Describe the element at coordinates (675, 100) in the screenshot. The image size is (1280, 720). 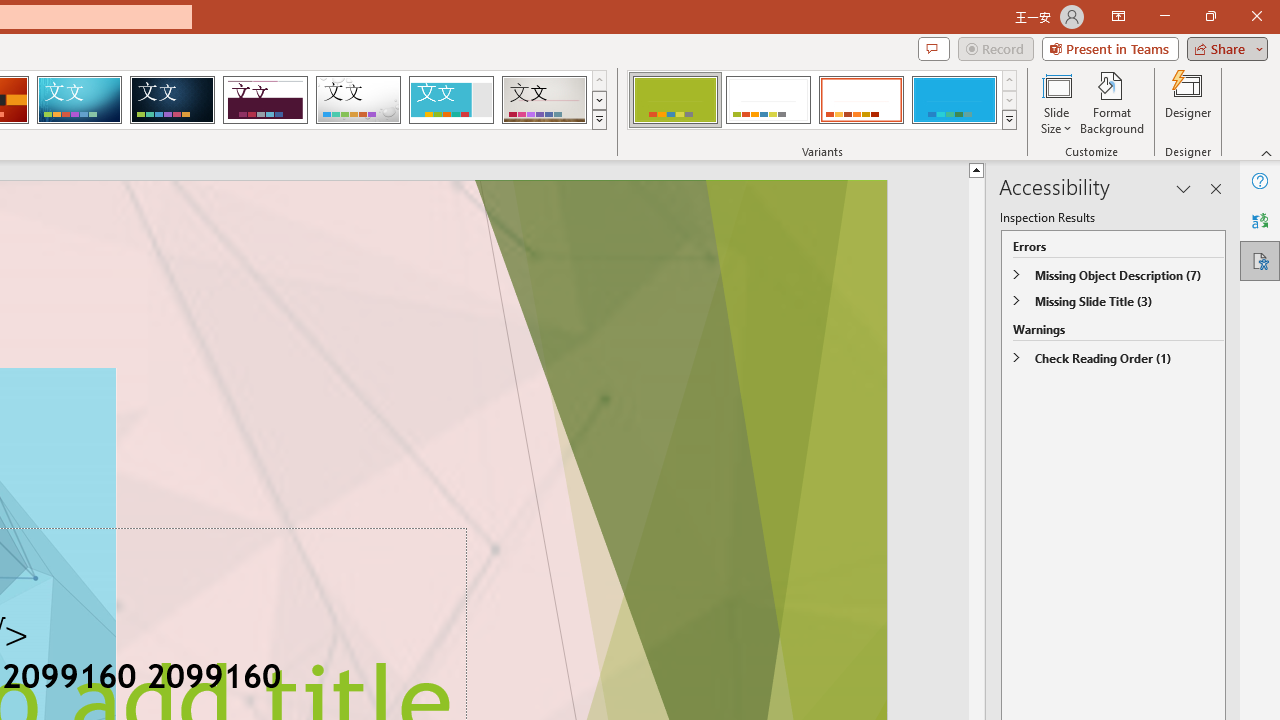
I see `'Basis Variant 1'` at that location.